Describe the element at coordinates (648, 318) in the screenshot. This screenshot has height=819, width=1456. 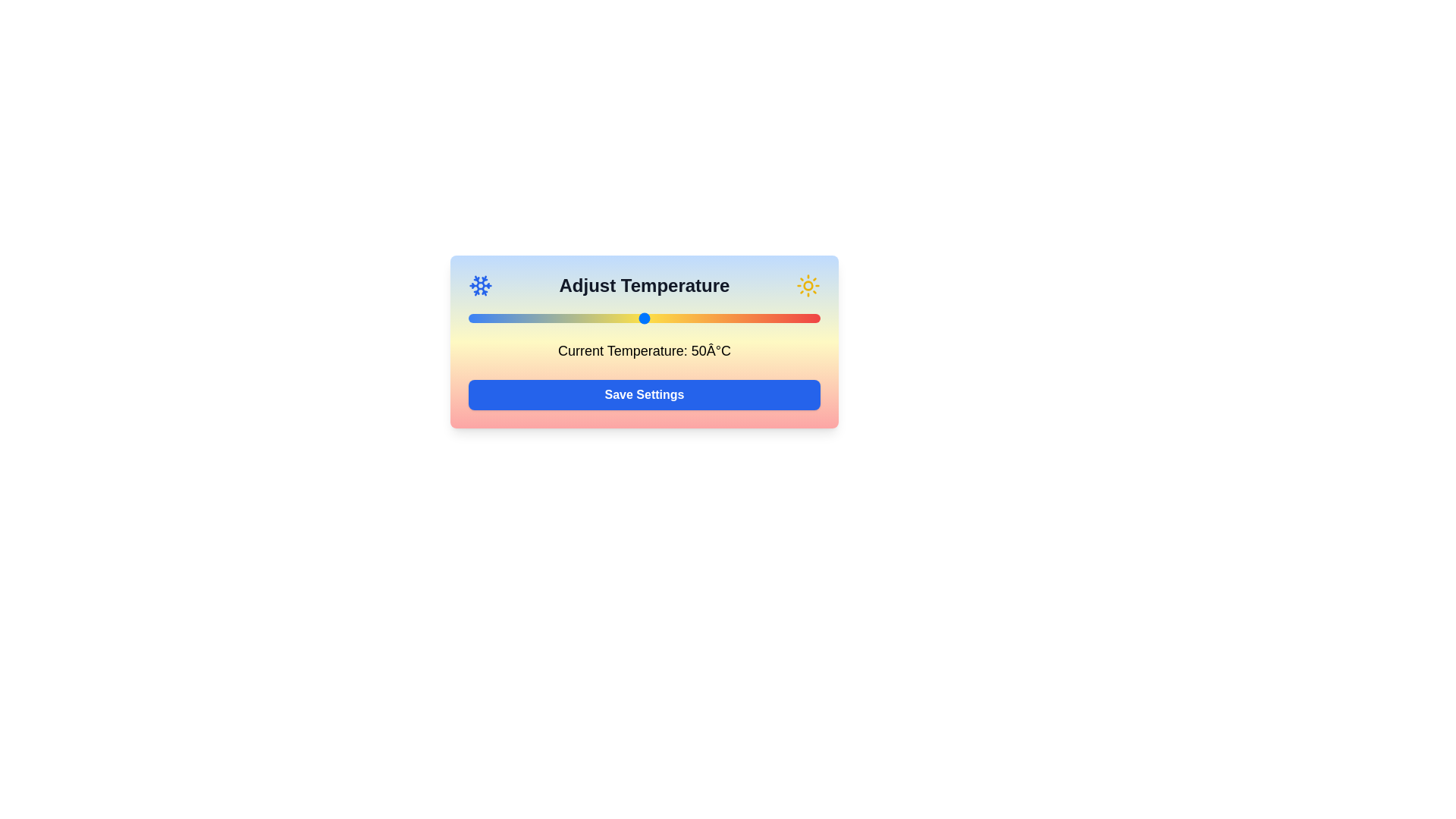
I see `the temperature to 51°C by moving the slider` at that location.